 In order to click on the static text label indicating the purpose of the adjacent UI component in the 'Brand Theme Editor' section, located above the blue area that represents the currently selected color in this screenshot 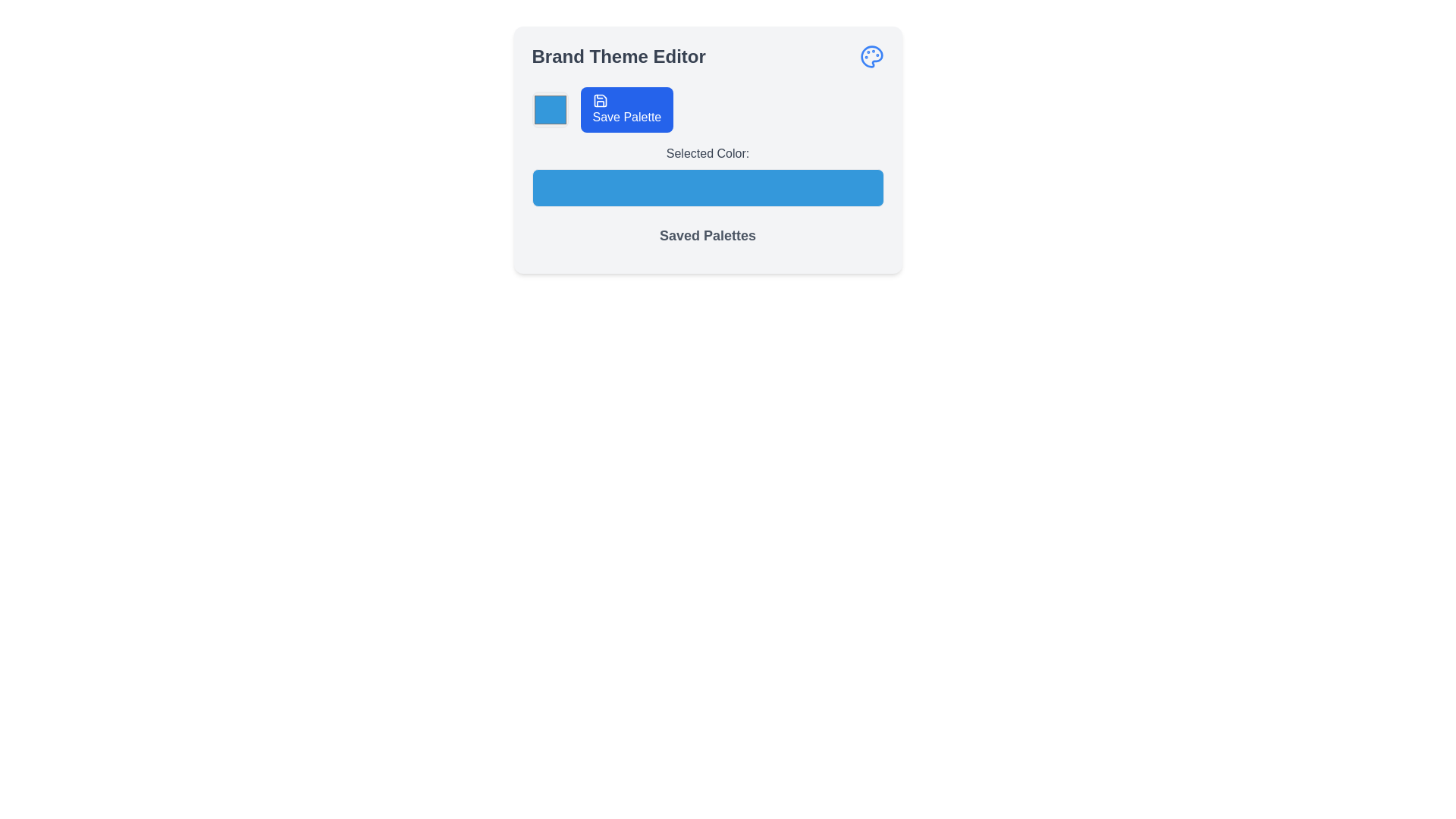, I will do `click(707, 154)`.